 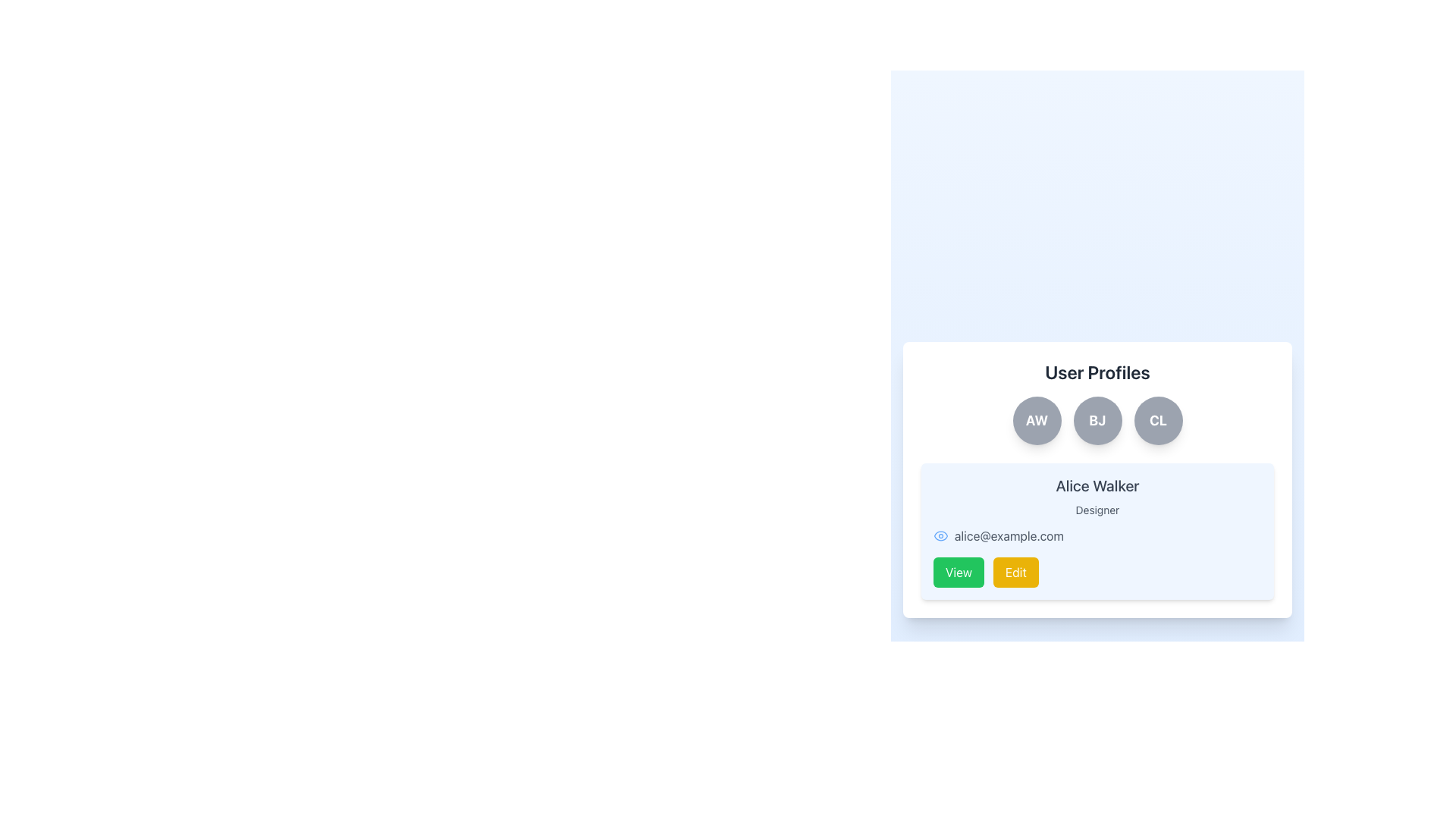 I want to click on the user profile selector button located below the 'User Profiles' heading, so click(x=1036, y=421).